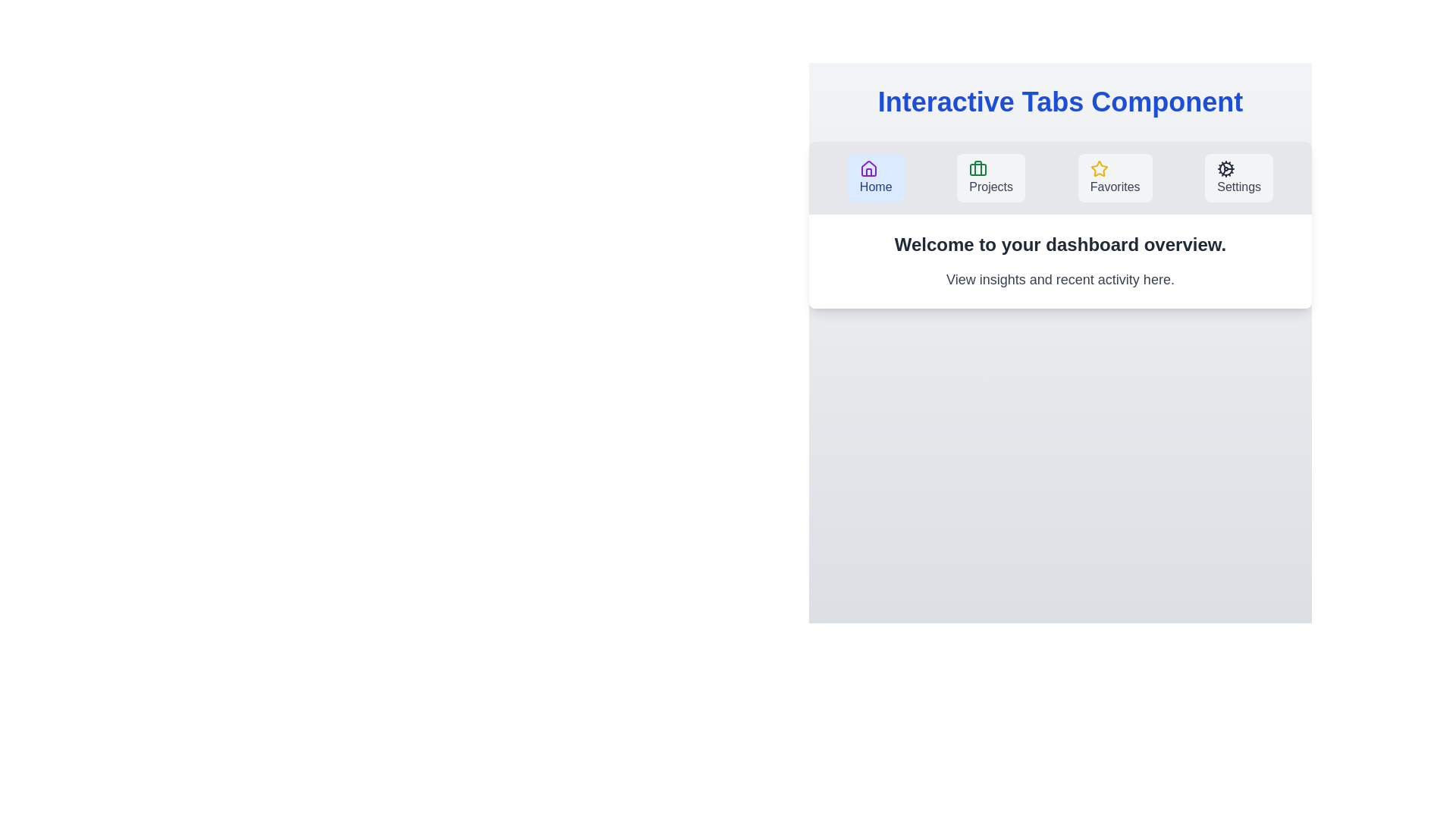 The width and height of the screenshot is (1456, 819). What do you see at coordinates (876, 177) in the screenshot?
I see `the Home tab to activate it` at bounding box center [876, 177].